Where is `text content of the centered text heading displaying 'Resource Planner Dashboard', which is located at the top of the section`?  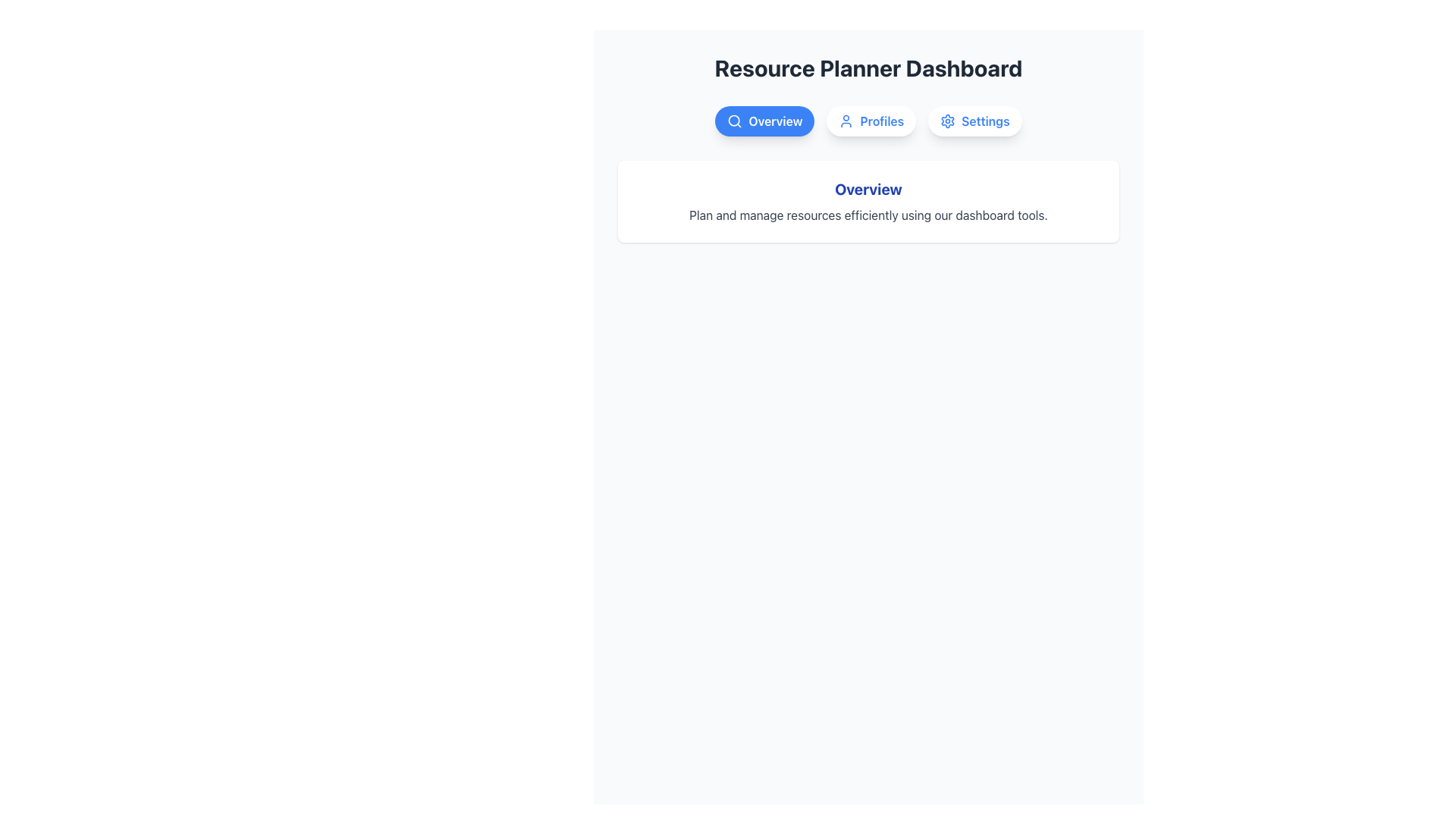
text content of the centered text heading displaying 'Resource Planner Dashboard', which is located at the top of the section is located at coordinates (868, 67).